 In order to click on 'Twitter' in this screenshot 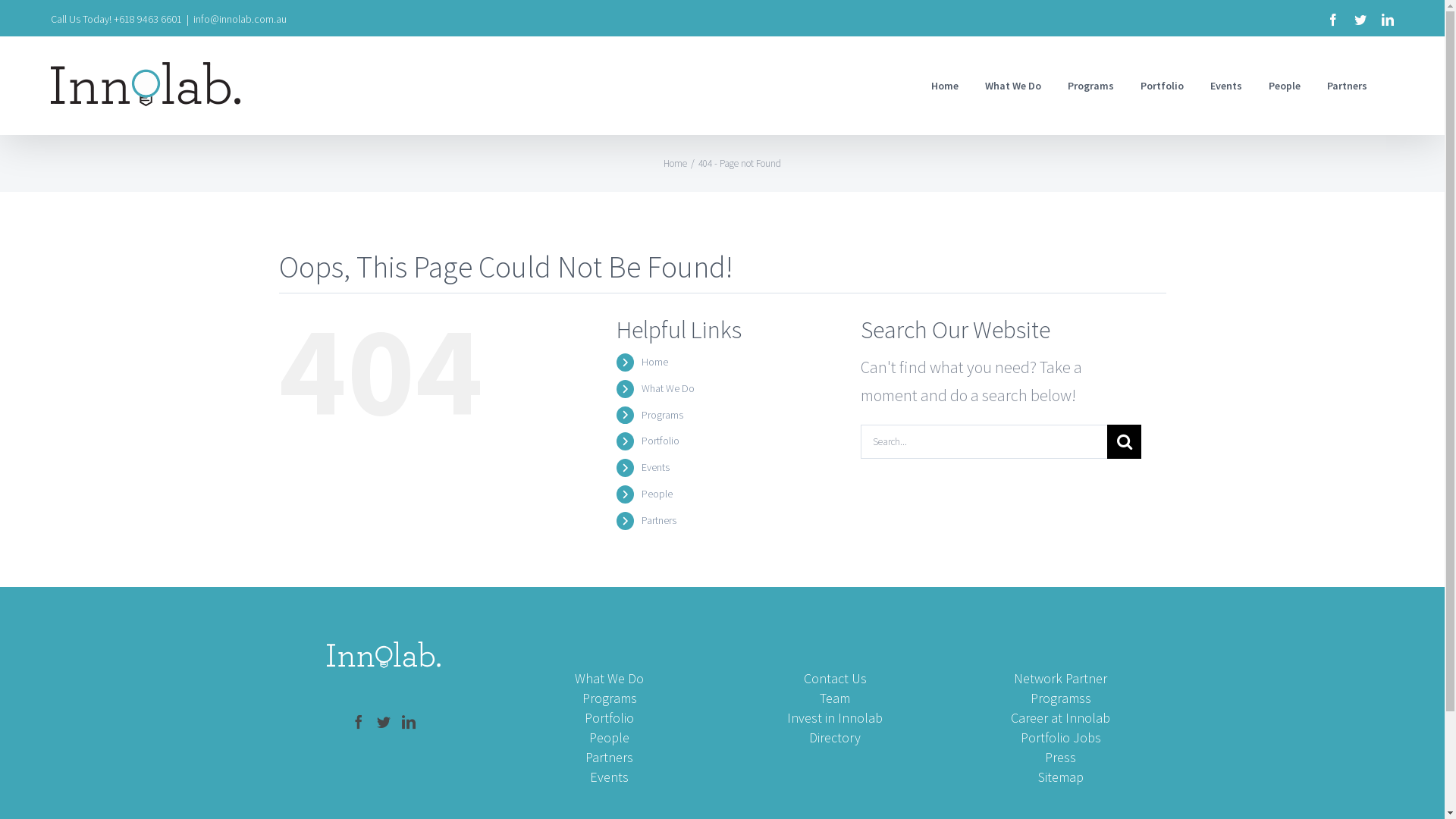, I will do `click(1360, 20)`.